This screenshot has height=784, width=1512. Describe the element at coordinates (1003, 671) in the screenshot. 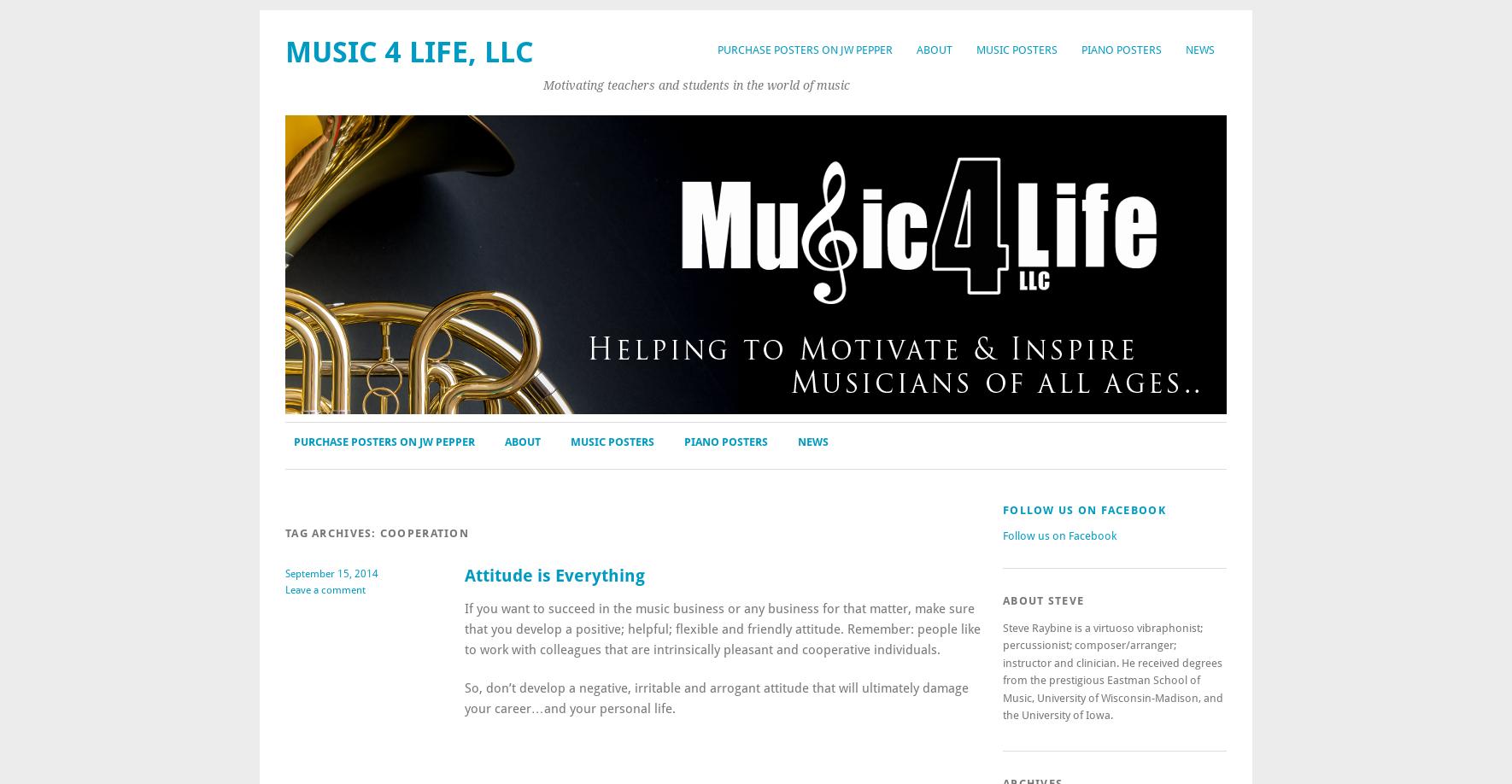

I see `'Steve Raybine is a virtuoso vibraphonist; percussionist; composer/arranger; instructor and clinician. He received degrees from the prestigious Eastman School of Music, University of Wisconsin-Madison, and the University of Iowa.'` at that location.